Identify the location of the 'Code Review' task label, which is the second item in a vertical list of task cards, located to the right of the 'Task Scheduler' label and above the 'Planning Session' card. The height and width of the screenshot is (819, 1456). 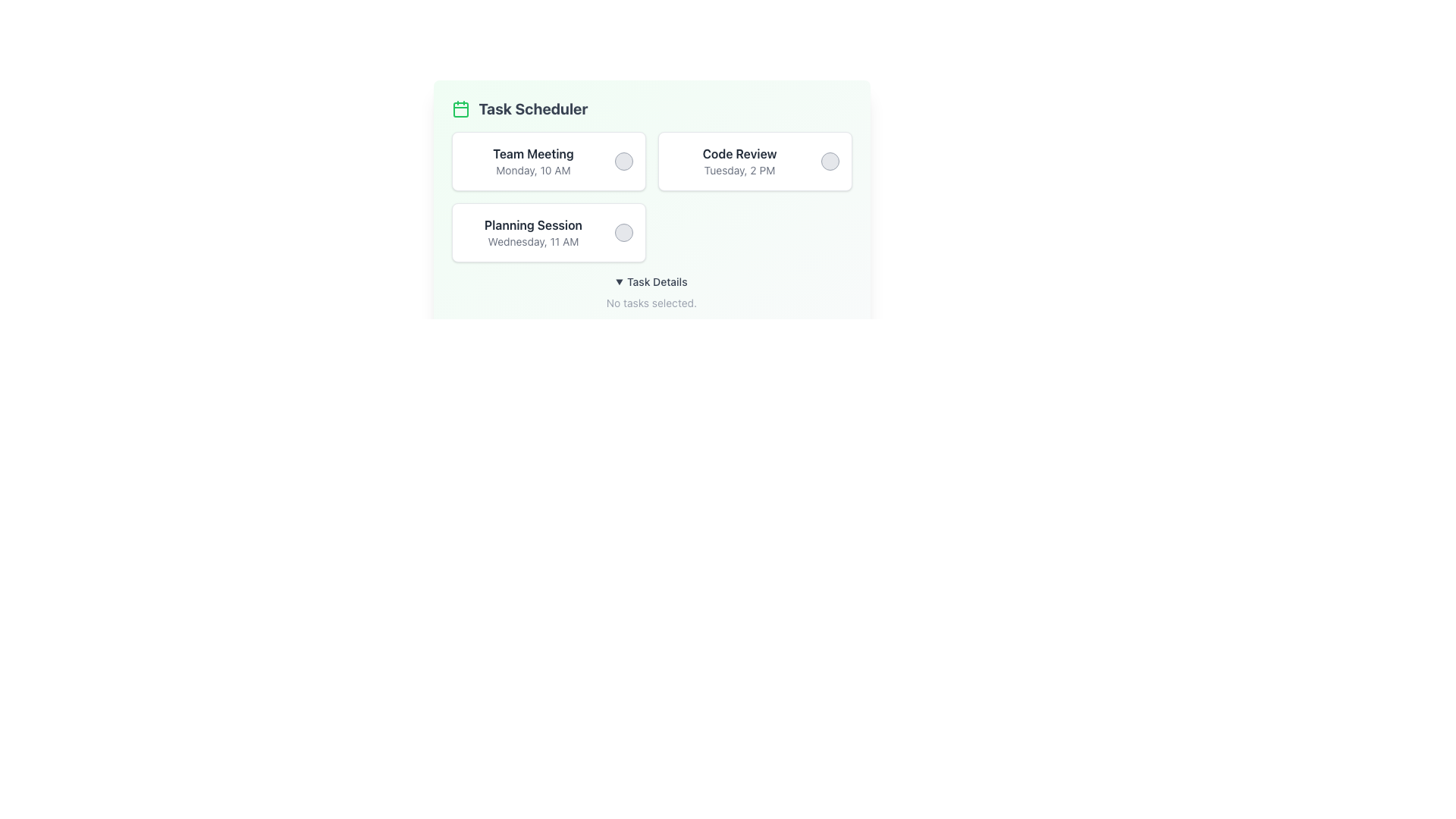
(739, 161).